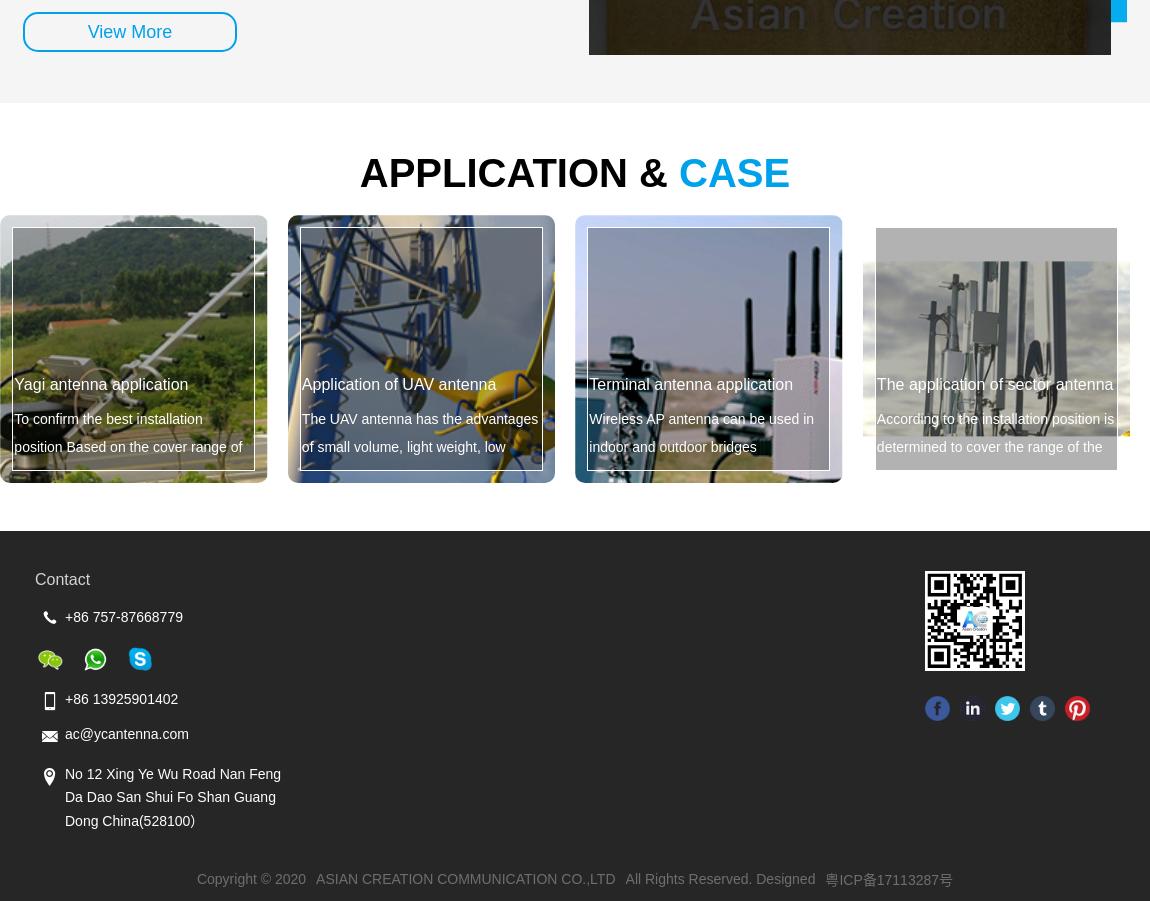 The image size is (1150, 901). Describe the element at coordinates (250, 878) in the screenshot. I see `'Copyright © 2020'` at that location.